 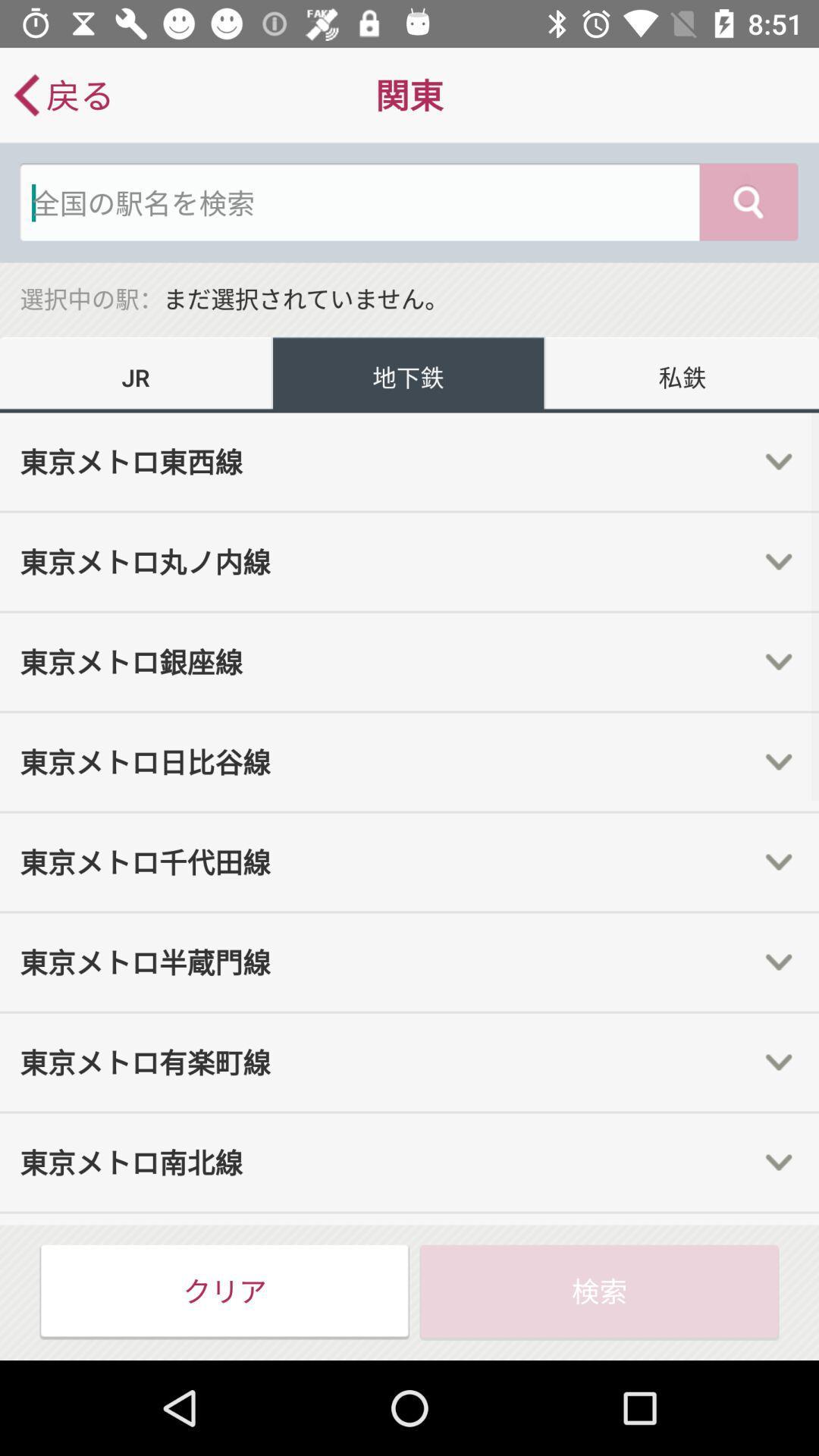 I want to click on the fourth drop down button from the top of the page, so click(x=779, y=762).